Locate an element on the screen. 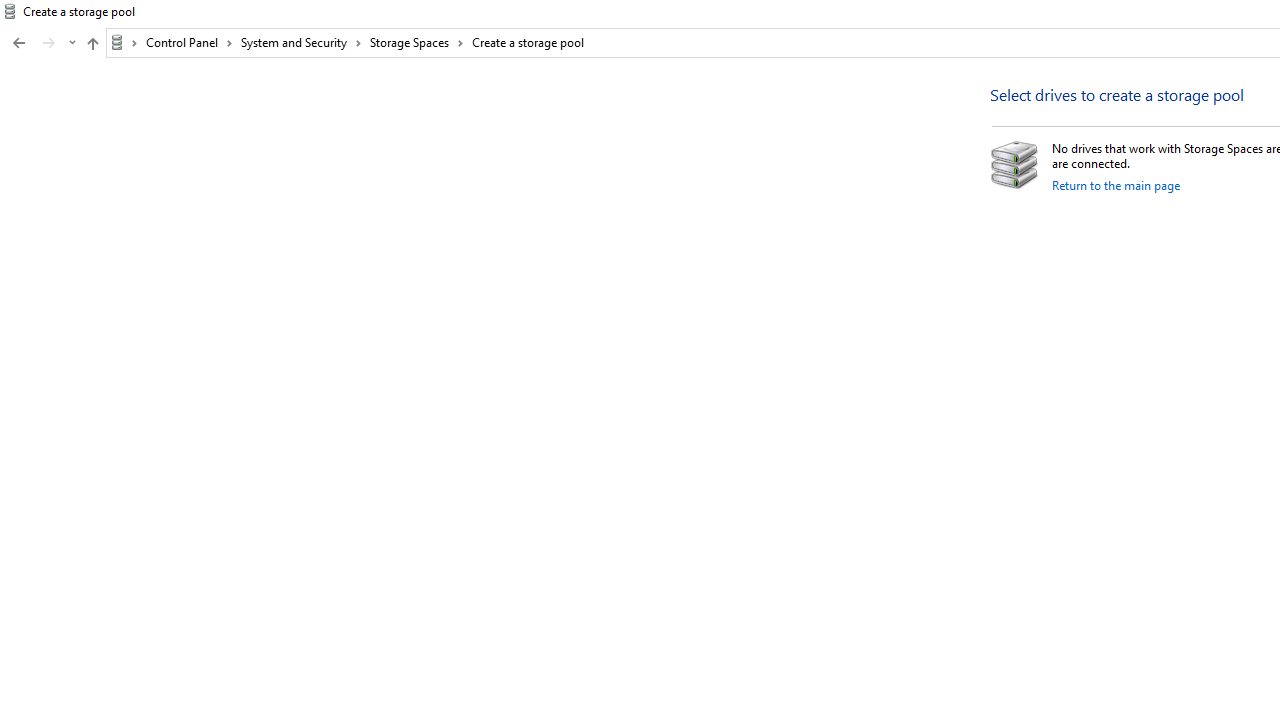  'Control Panel' is located at coordinates (189, 42).